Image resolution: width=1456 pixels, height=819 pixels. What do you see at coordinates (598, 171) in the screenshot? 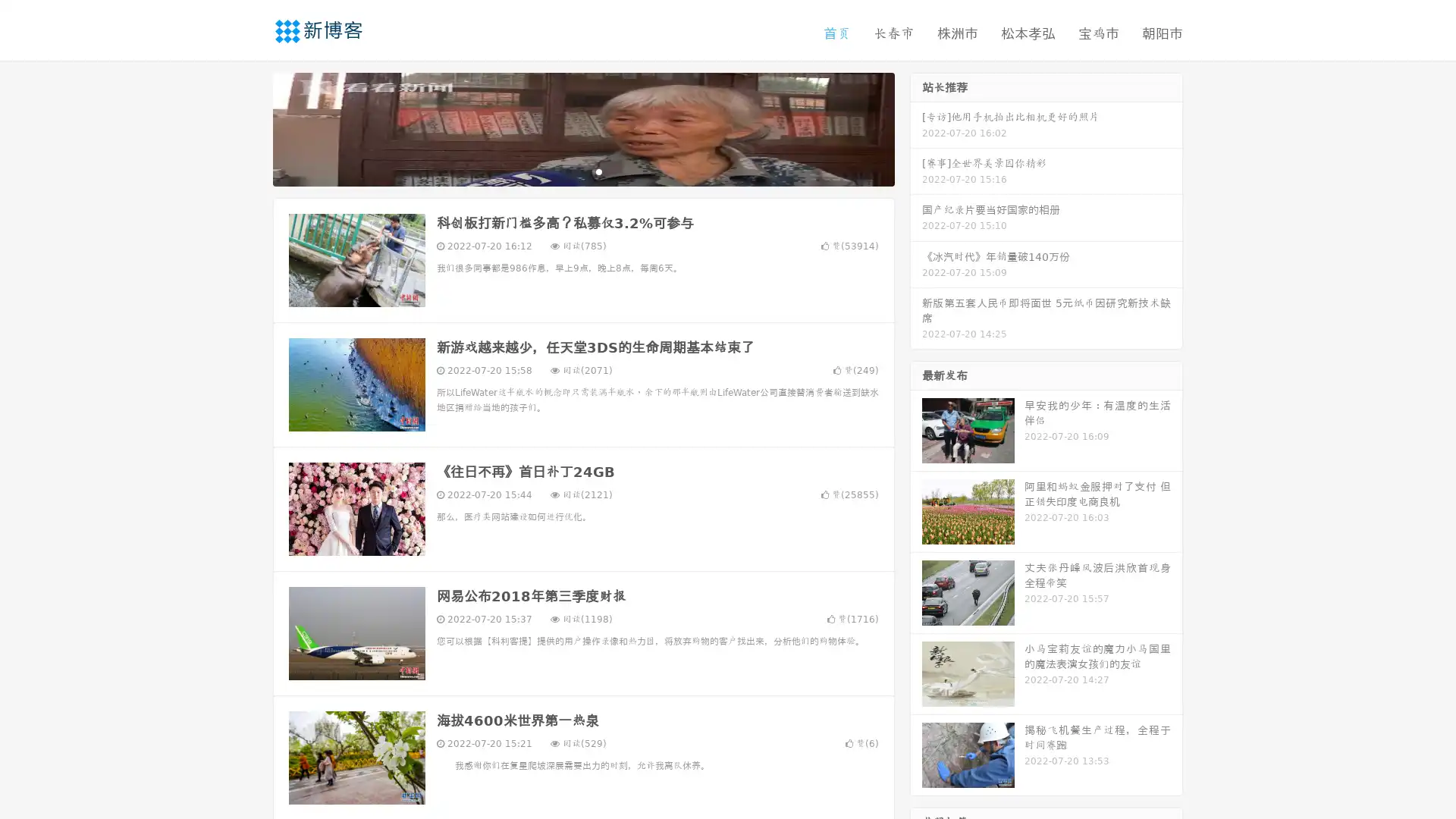
I see `Go to slide 3` at bounding box center [598, 171].